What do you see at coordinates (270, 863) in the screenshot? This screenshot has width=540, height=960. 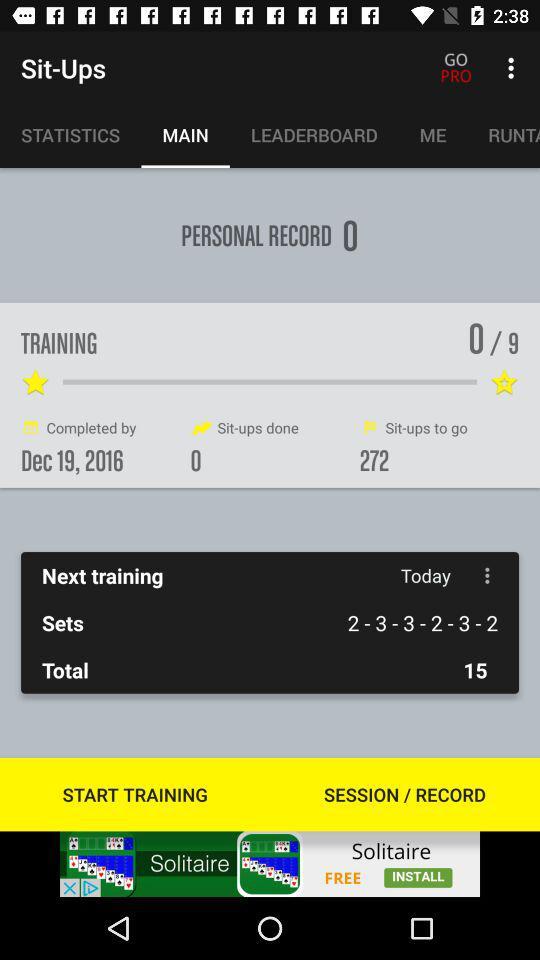 I see `install app` at bounding box center [270, 863].